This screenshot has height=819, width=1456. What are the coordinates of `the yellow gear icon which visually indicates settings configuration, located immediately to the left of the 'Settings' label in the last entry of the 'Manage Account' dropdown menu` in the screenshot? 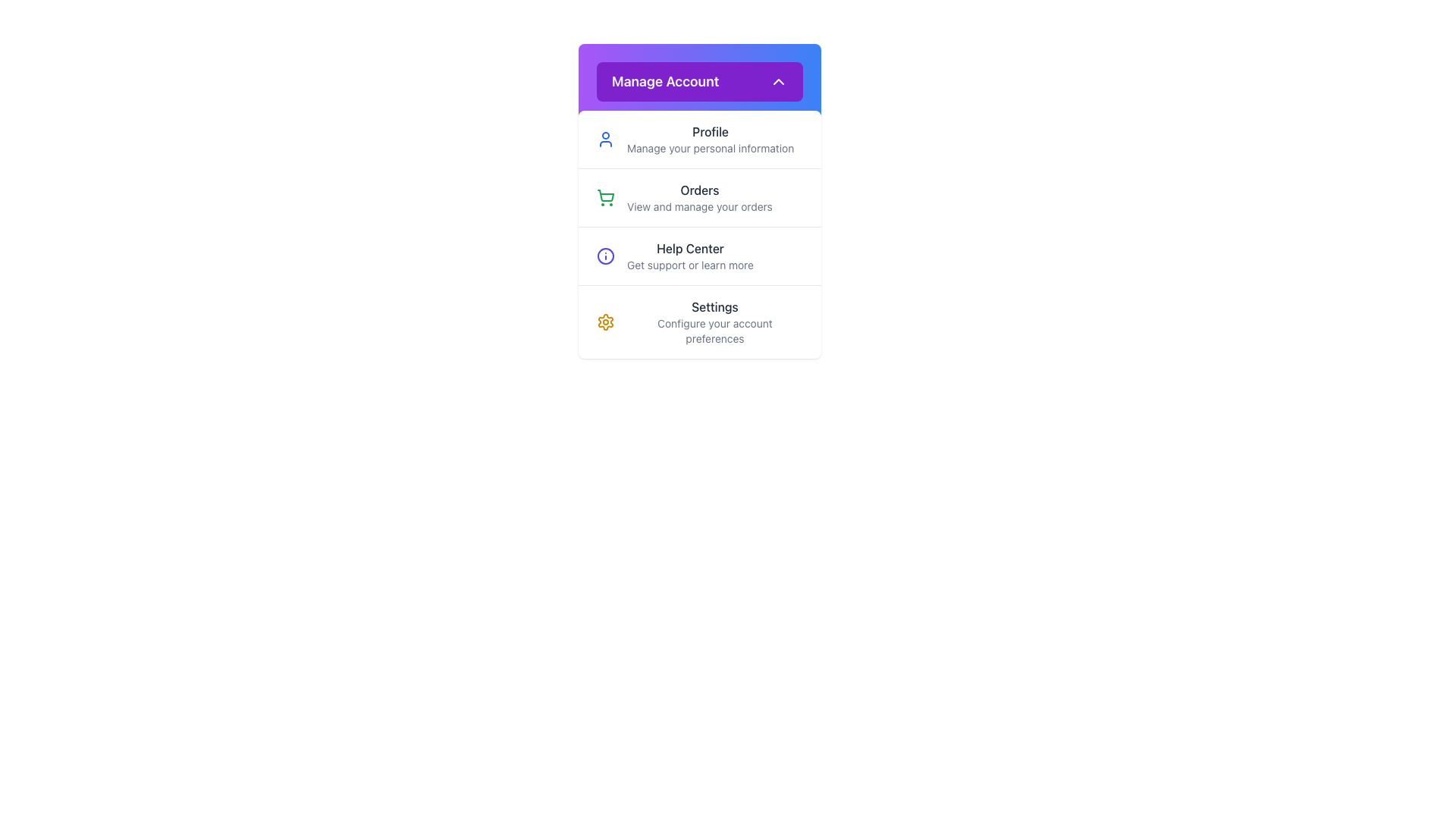 It's located at (604, 321).